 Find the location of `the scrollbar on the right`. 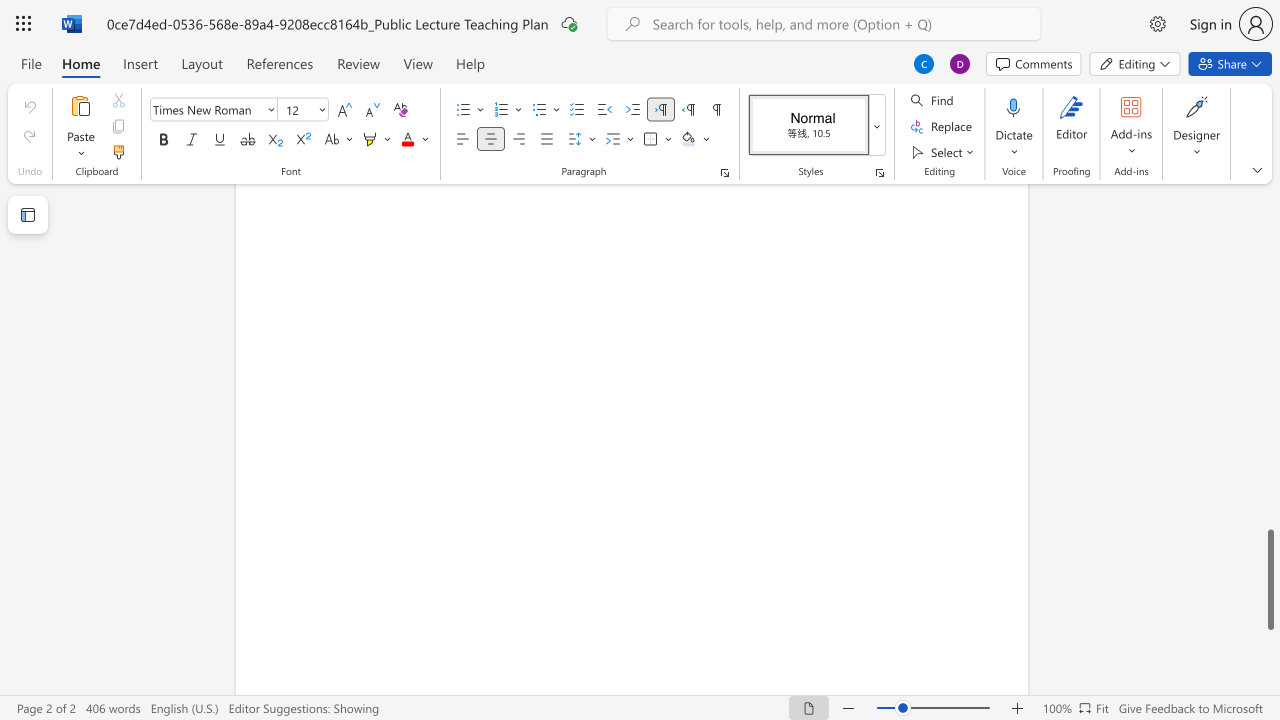

the scrollbar on the right is located at coordinates (1269, 210).